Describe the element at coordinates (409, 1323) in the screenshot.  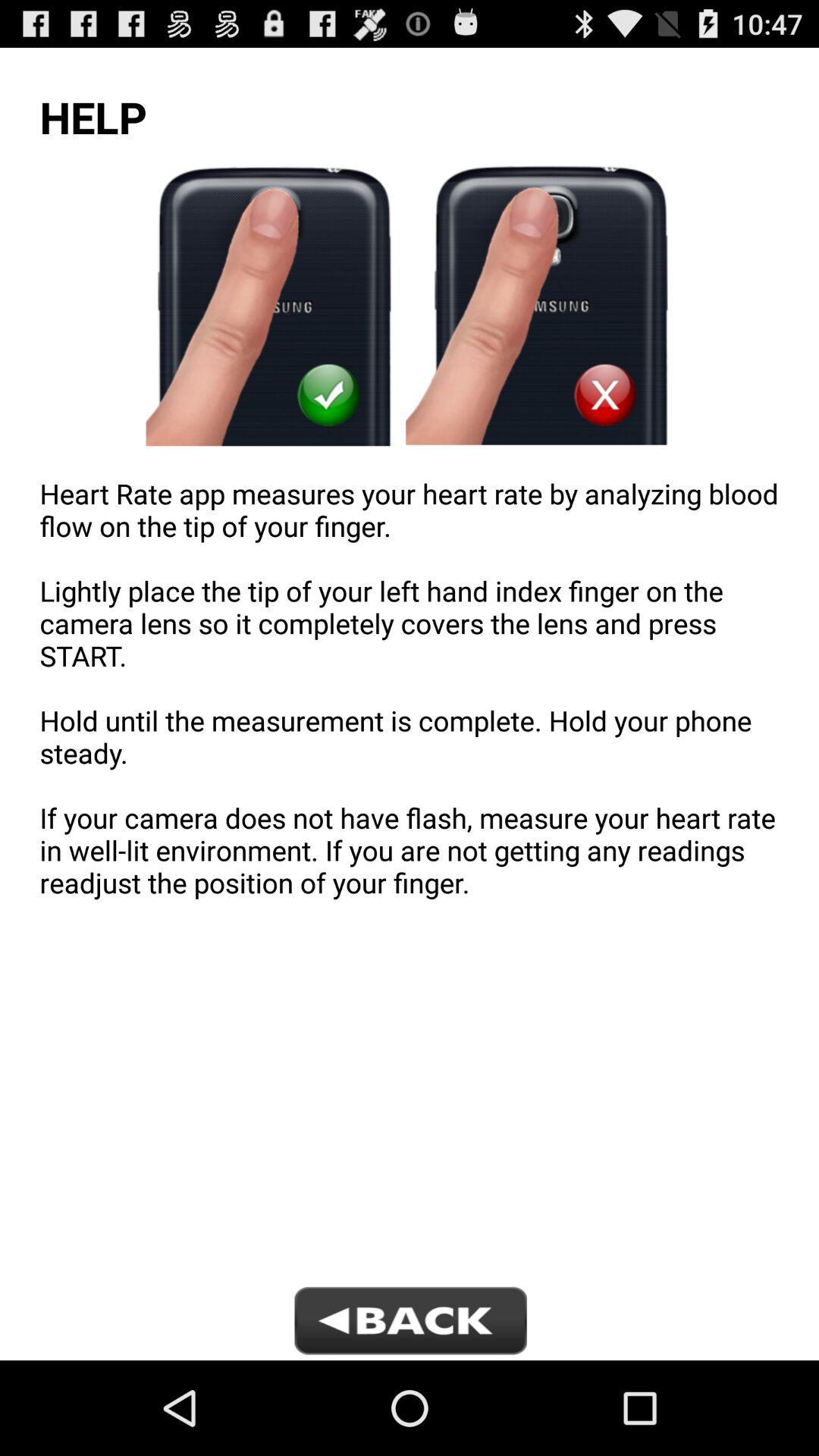
I see `icon below heart rate app` at that location.